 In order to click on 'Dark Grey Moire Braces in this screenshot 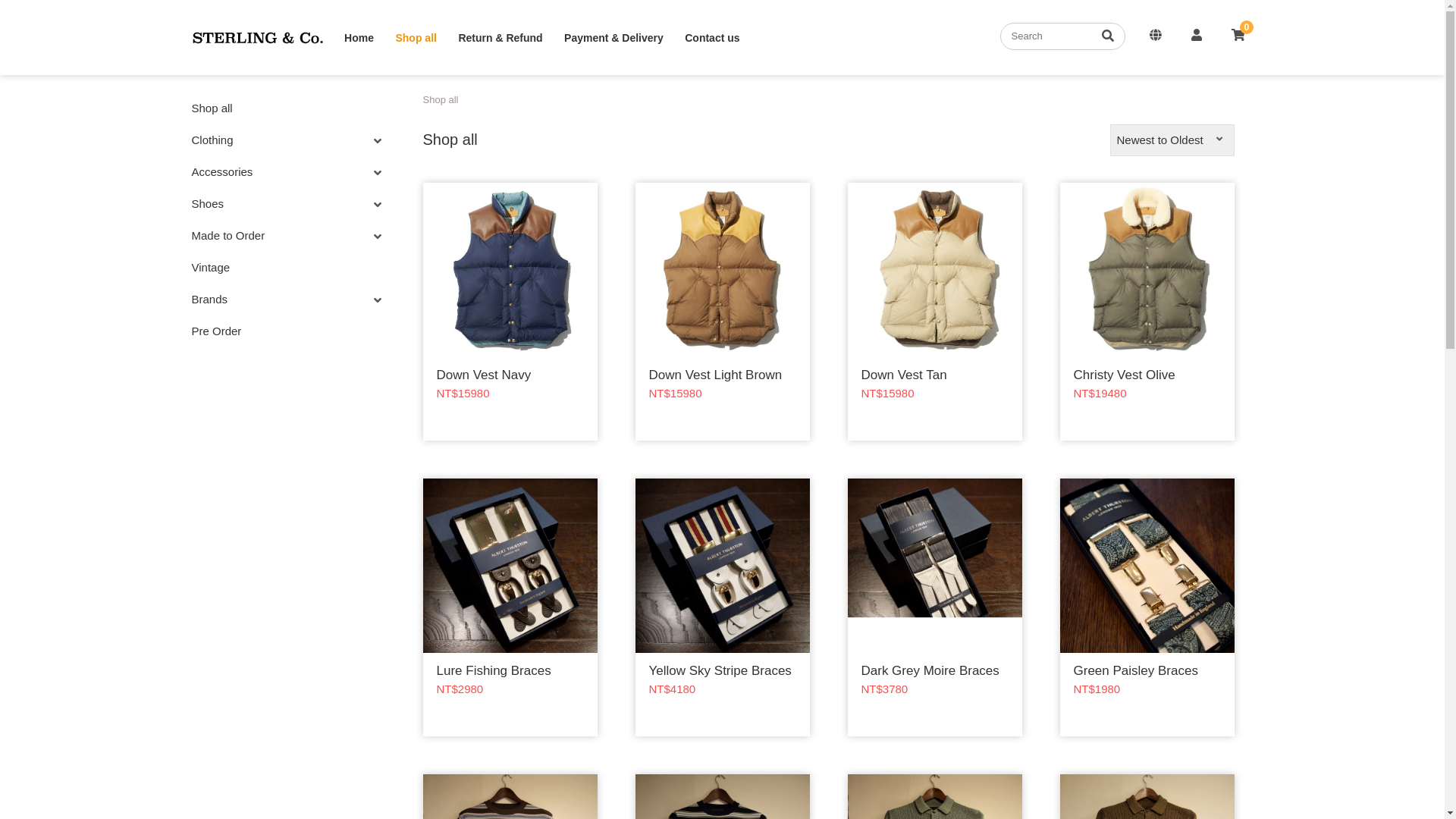, I will do `click(934, 607)`.